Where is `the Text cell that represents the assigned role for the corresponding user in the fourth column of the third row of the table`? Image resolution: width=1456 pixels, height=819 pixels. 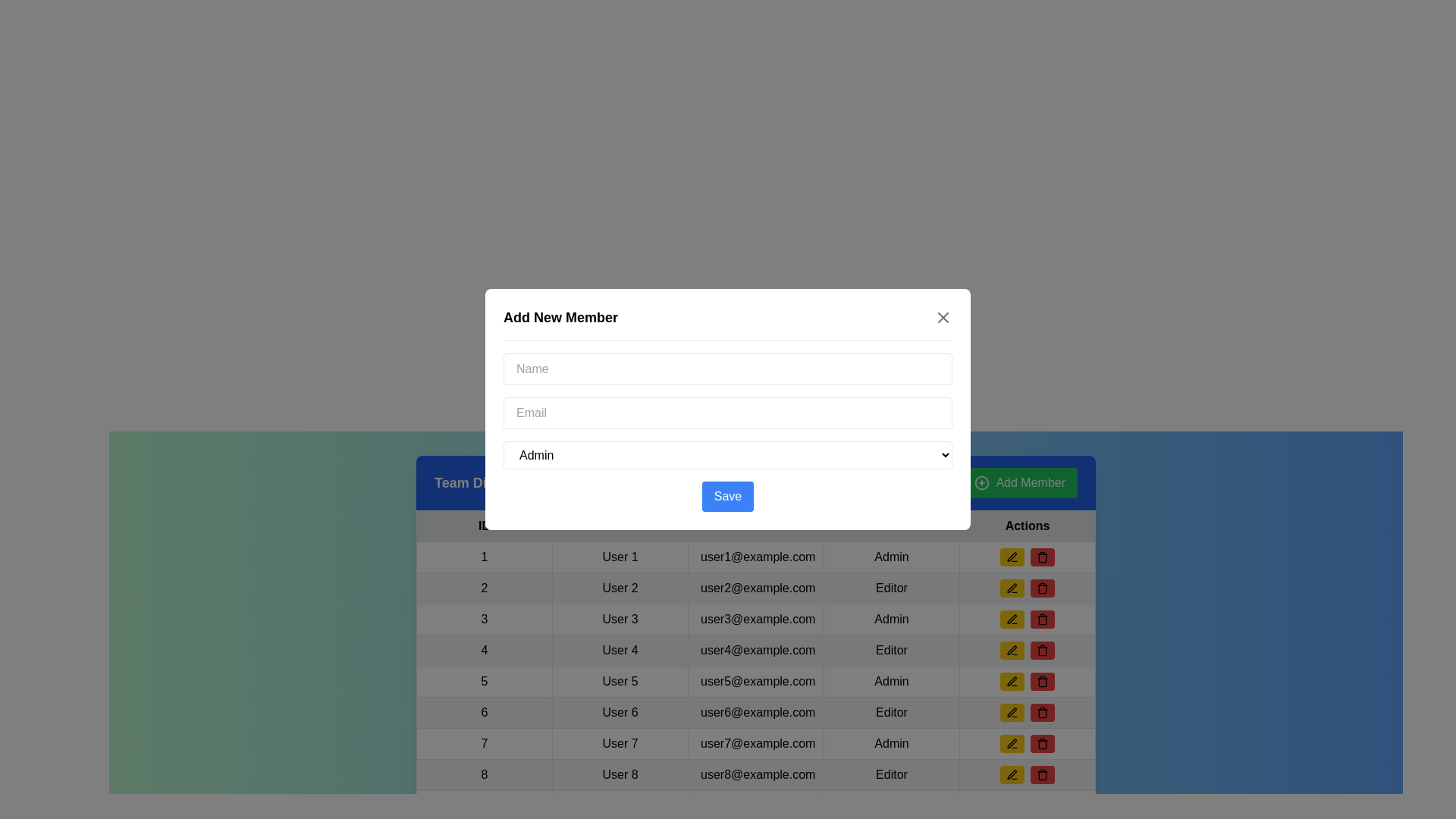 the Text cell that represents the assigned role for the corresponding user in the fourth column of the third row of the table is located at coordinates (892, 620).